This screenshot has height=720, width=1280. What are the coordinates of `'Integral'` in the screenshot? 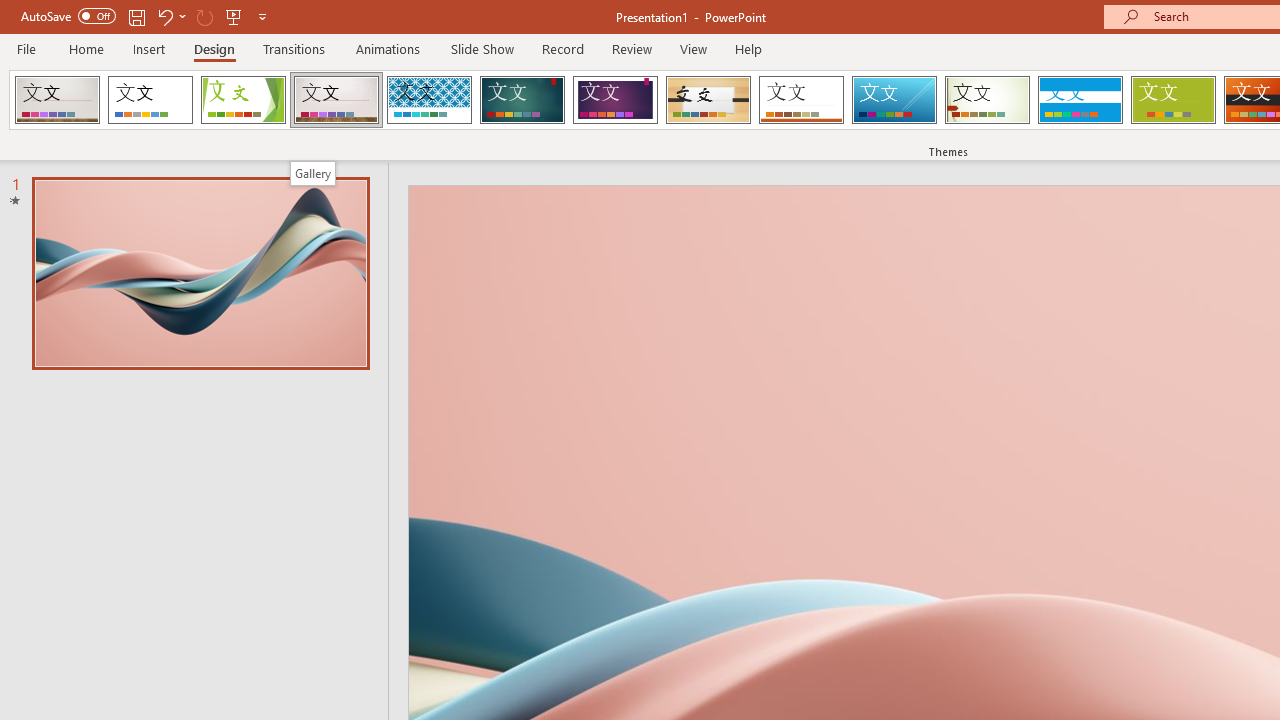 It's located at (428, 100).